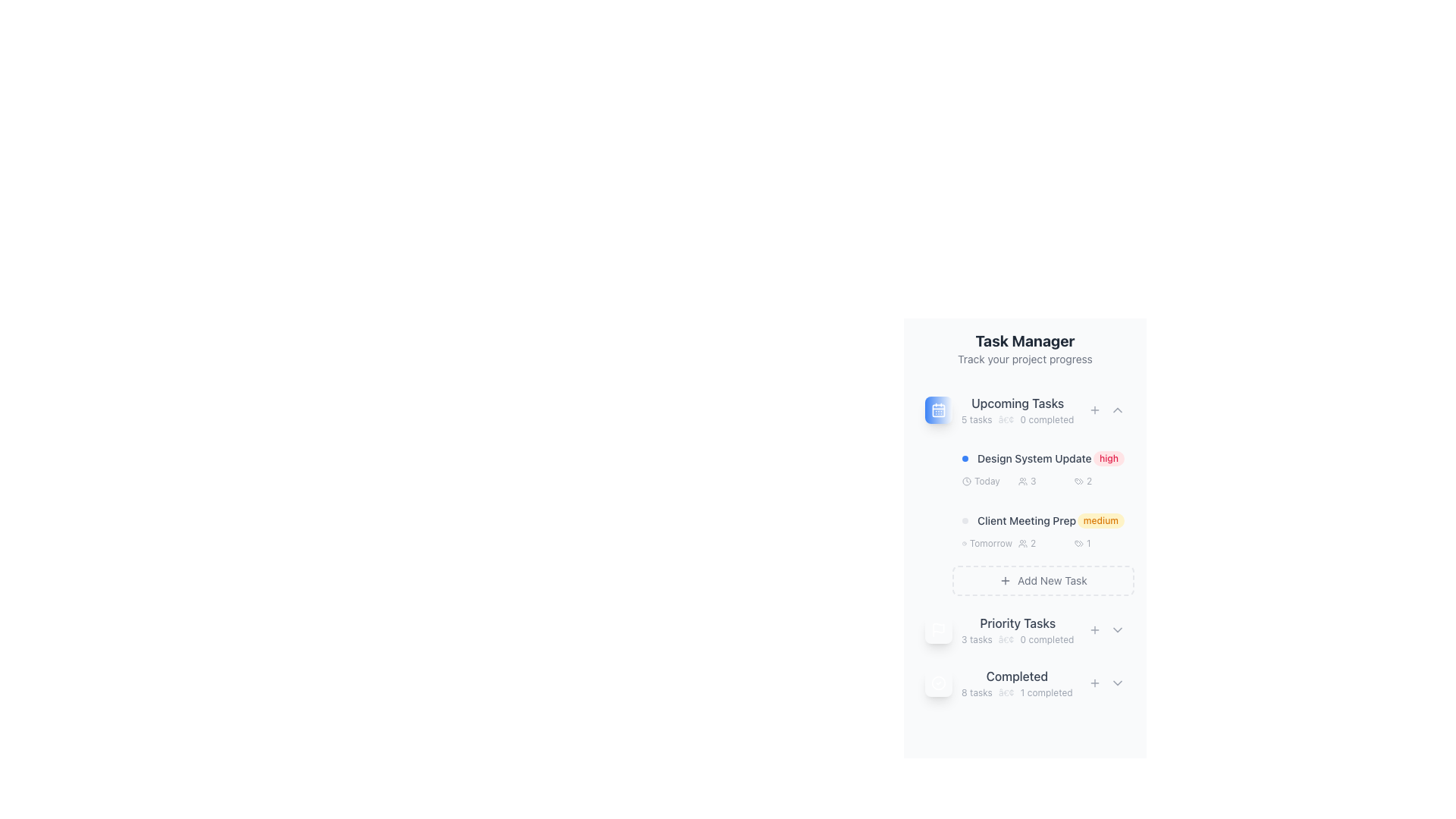 The height and width of the screenshot is (819, 1456). What do you see at coordinates (1018, 409) in the screenshot?
I see `the 'Upcoming' tasks summary header in the Task Manager sidebar to potentially reveal more information` at bounding box center [1018, 409].